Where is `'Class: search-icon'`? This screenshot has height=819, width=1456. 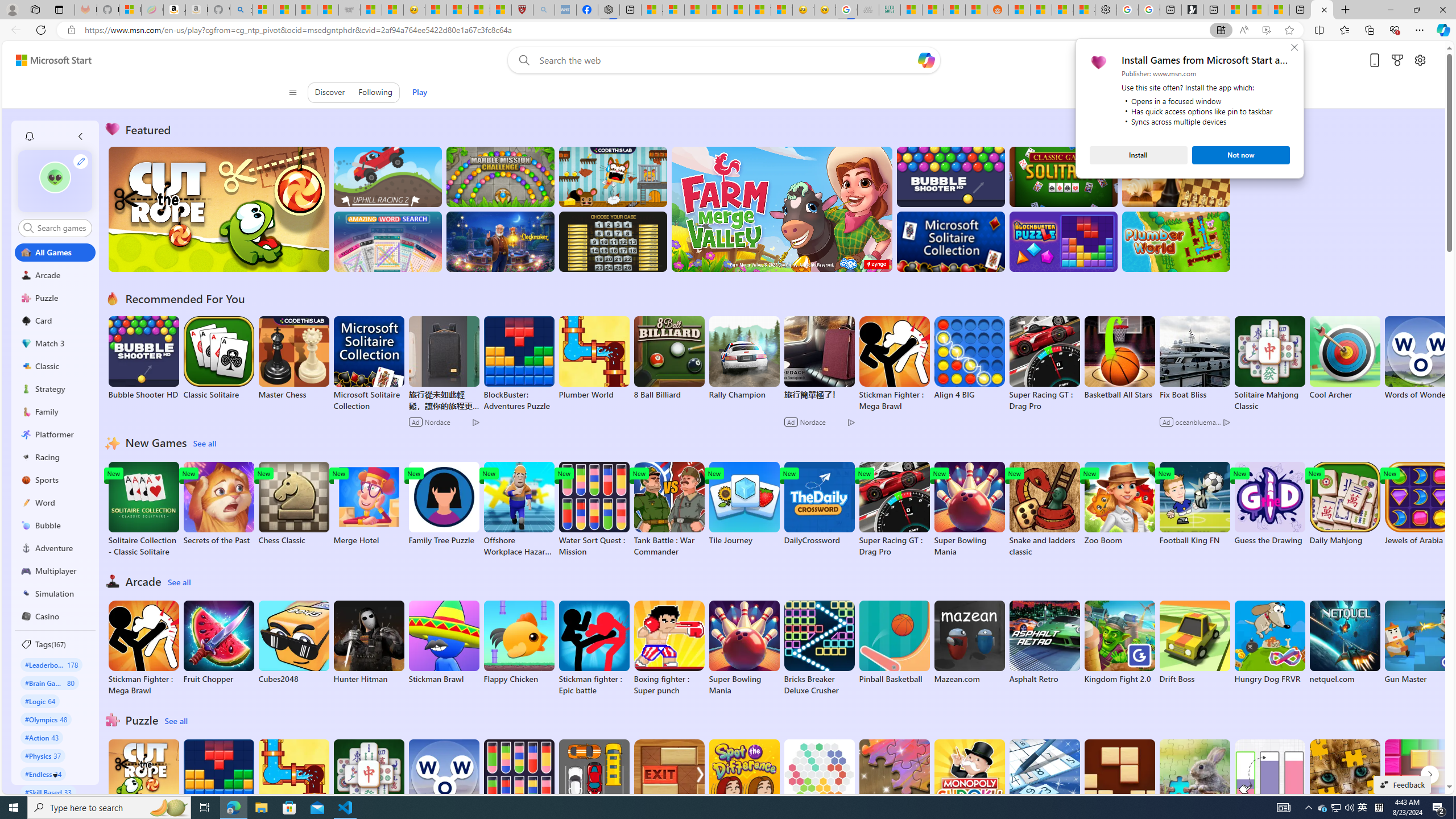
'Class: search-icon' is located at coordinates (27, 227).